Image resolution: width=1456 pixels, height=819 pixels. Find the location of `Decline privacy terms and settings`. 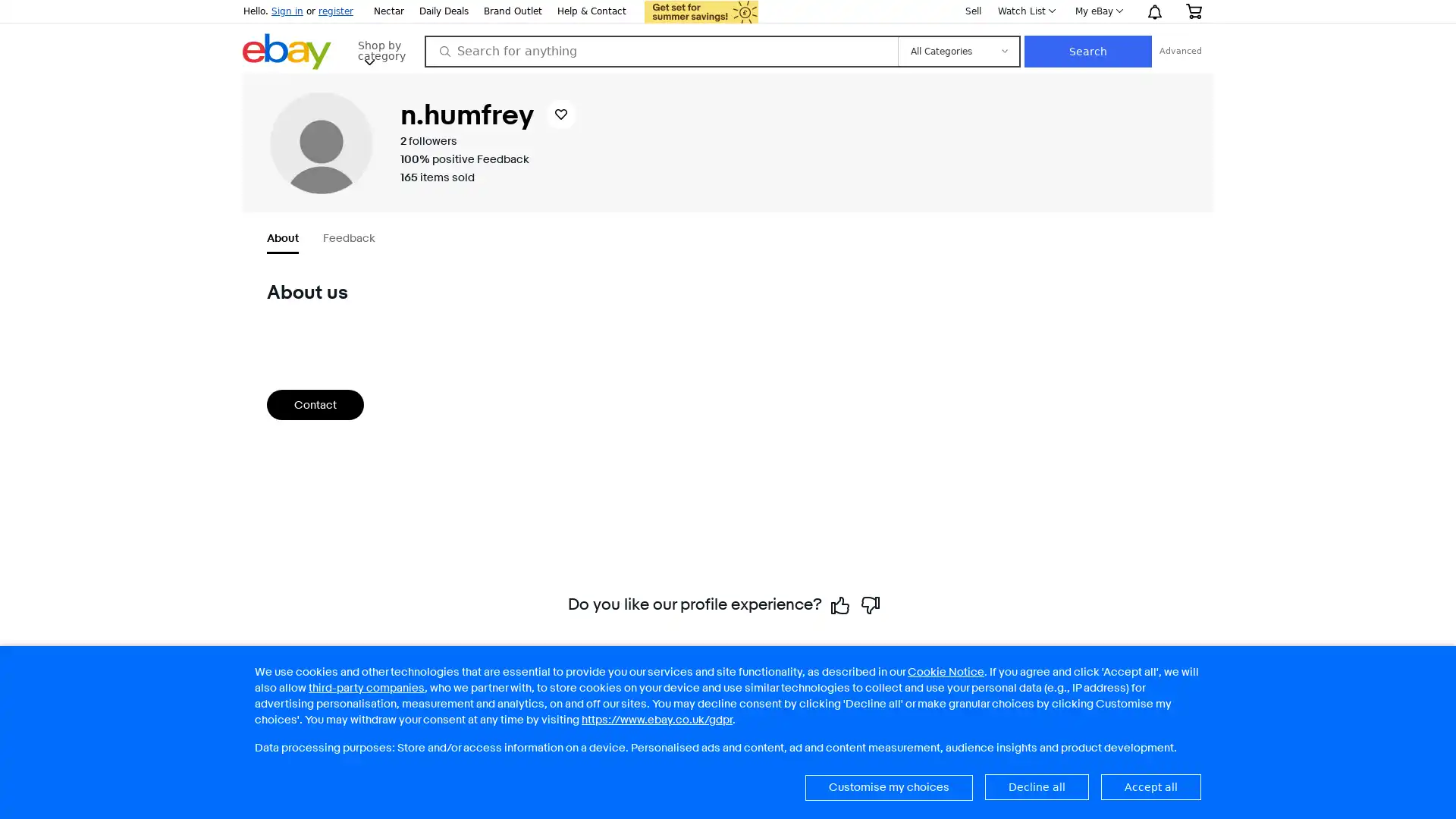

Decline privacy terms and settings is located at coordinates (1036, 786).